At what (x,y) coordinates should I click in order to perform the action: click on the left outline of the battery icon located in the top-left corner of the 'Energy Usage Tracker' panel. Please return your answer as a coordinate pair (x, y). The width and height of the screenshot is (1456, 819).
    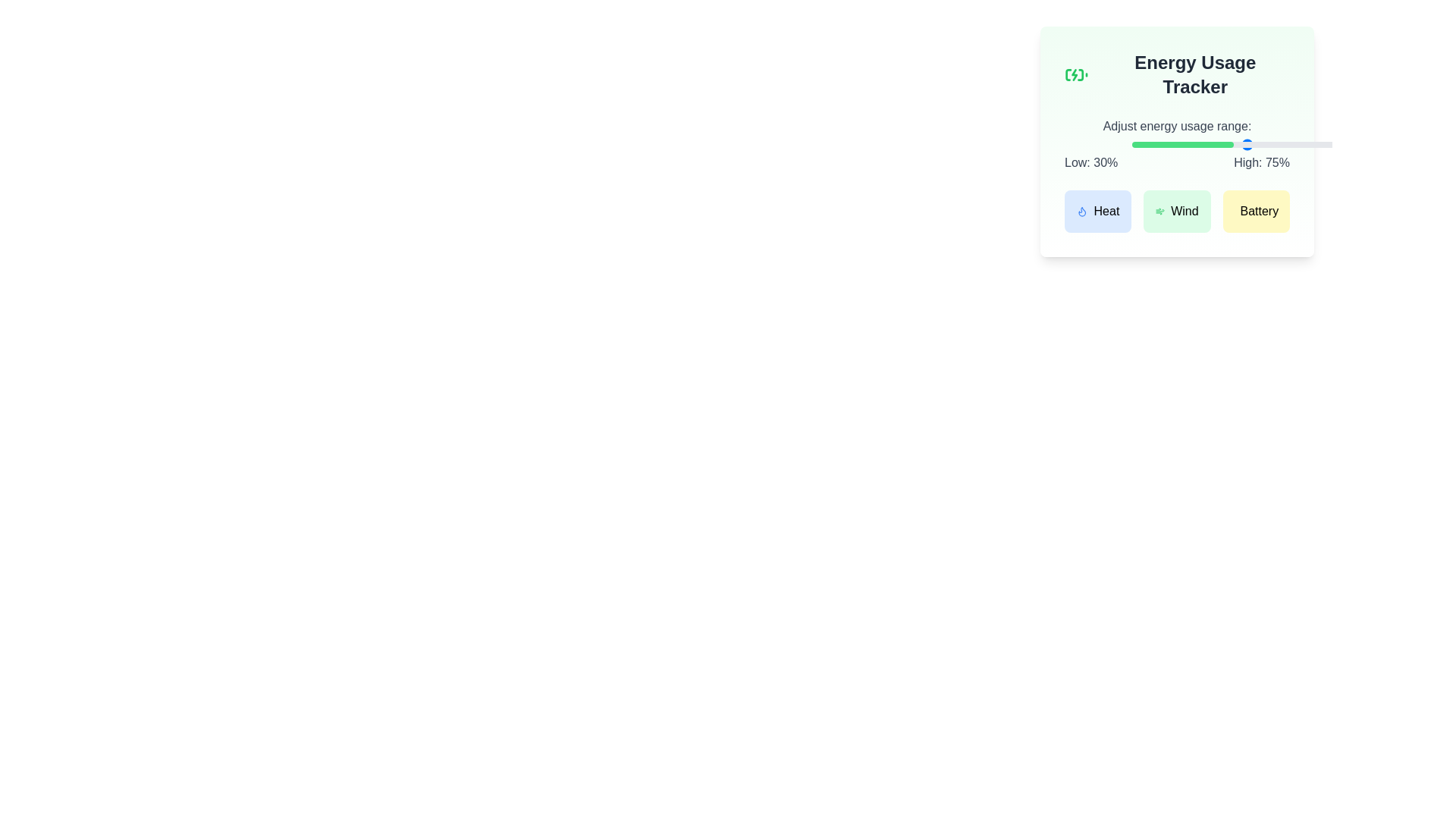
    Looking at the image, I should click on (1068, 75).